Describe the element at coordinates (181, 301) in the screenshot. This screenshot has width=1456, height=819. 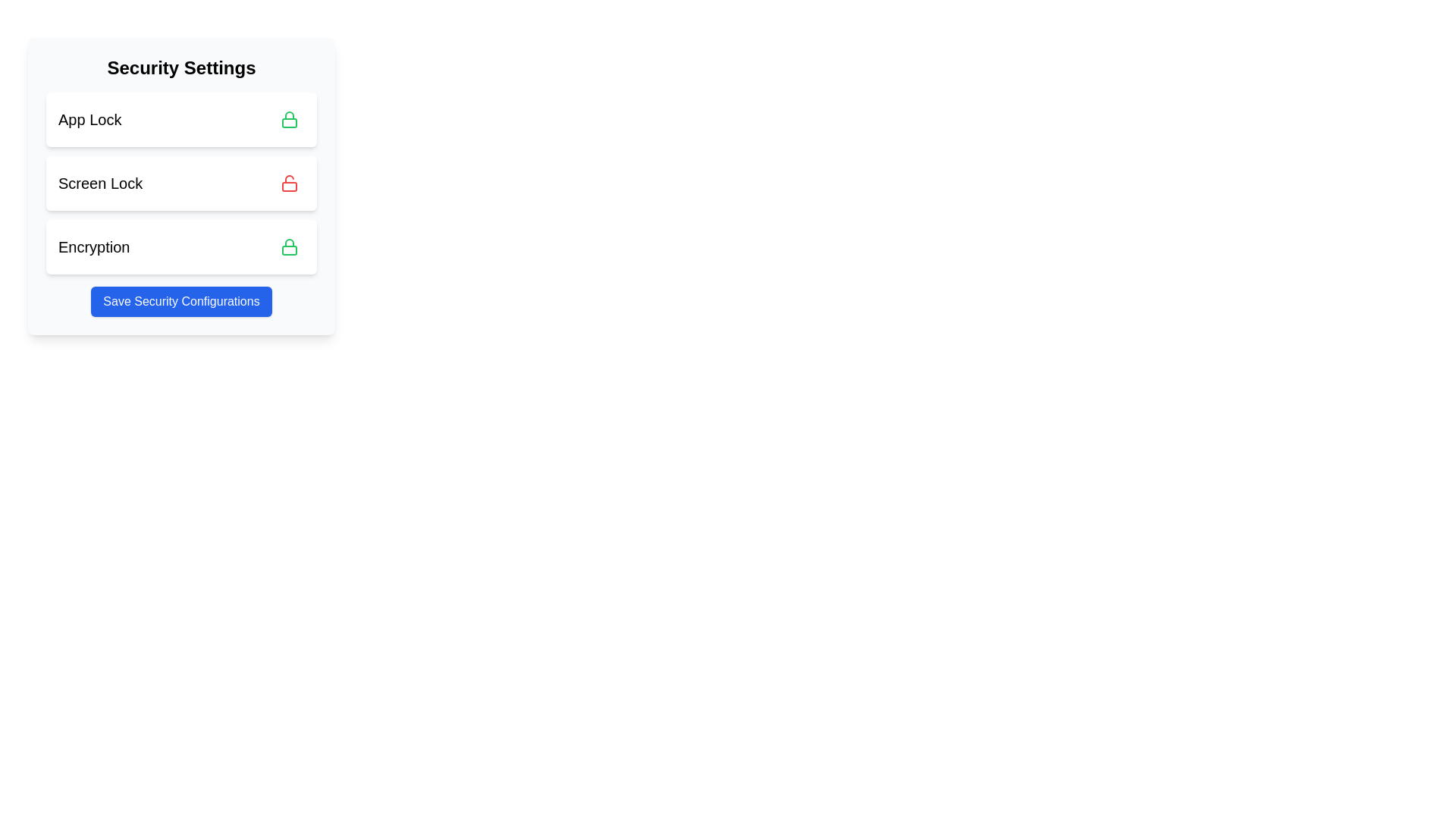
I see `'Save Security Configurations' button` at that location.